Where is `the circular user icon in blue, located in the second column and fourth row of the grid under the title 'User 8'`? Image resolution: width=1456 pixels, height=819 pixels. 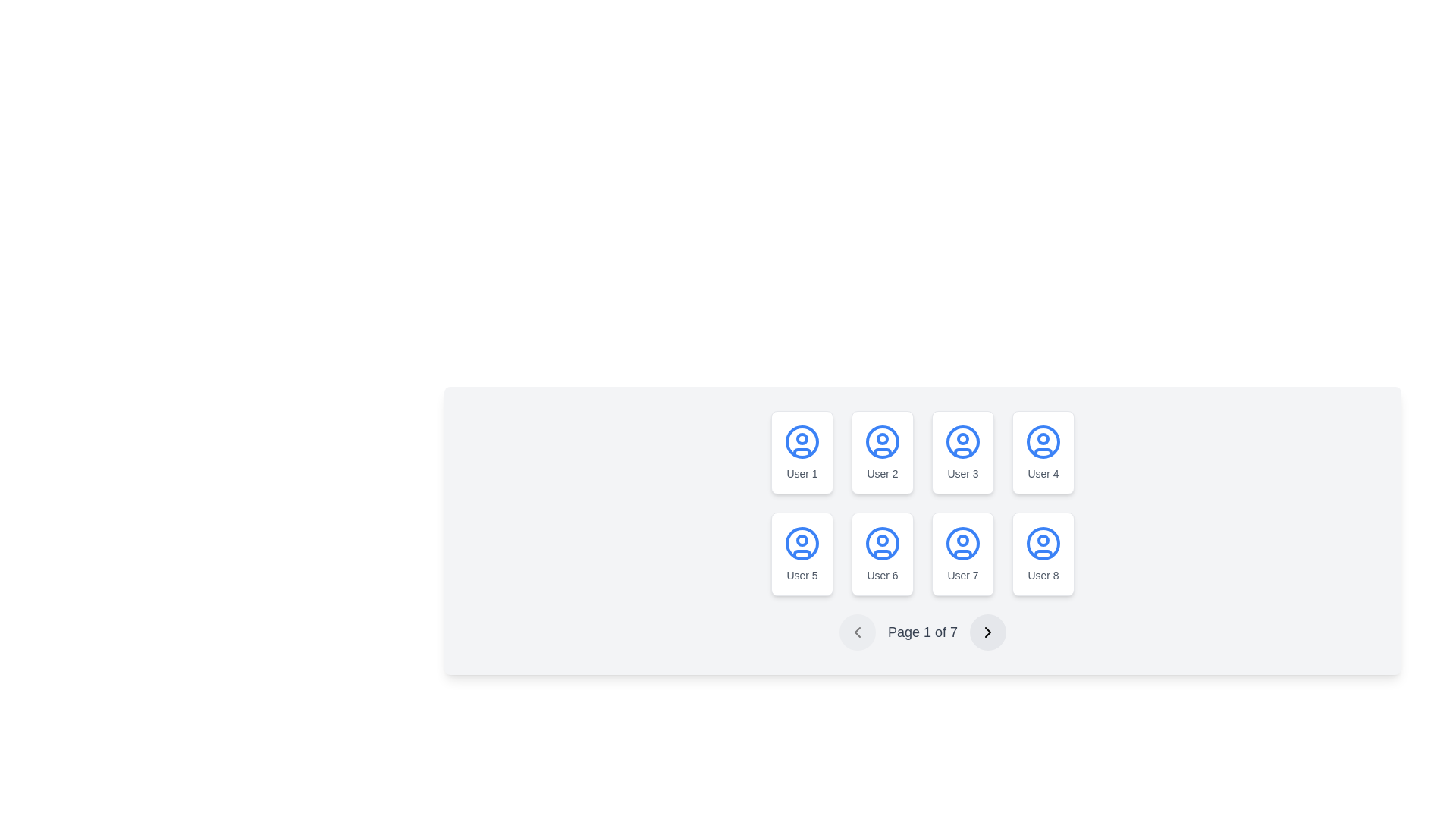 the circular user icon in blue, located in the second column and fourth row of the grid under the title 'User 8' is located at coordinates (1043, 543).